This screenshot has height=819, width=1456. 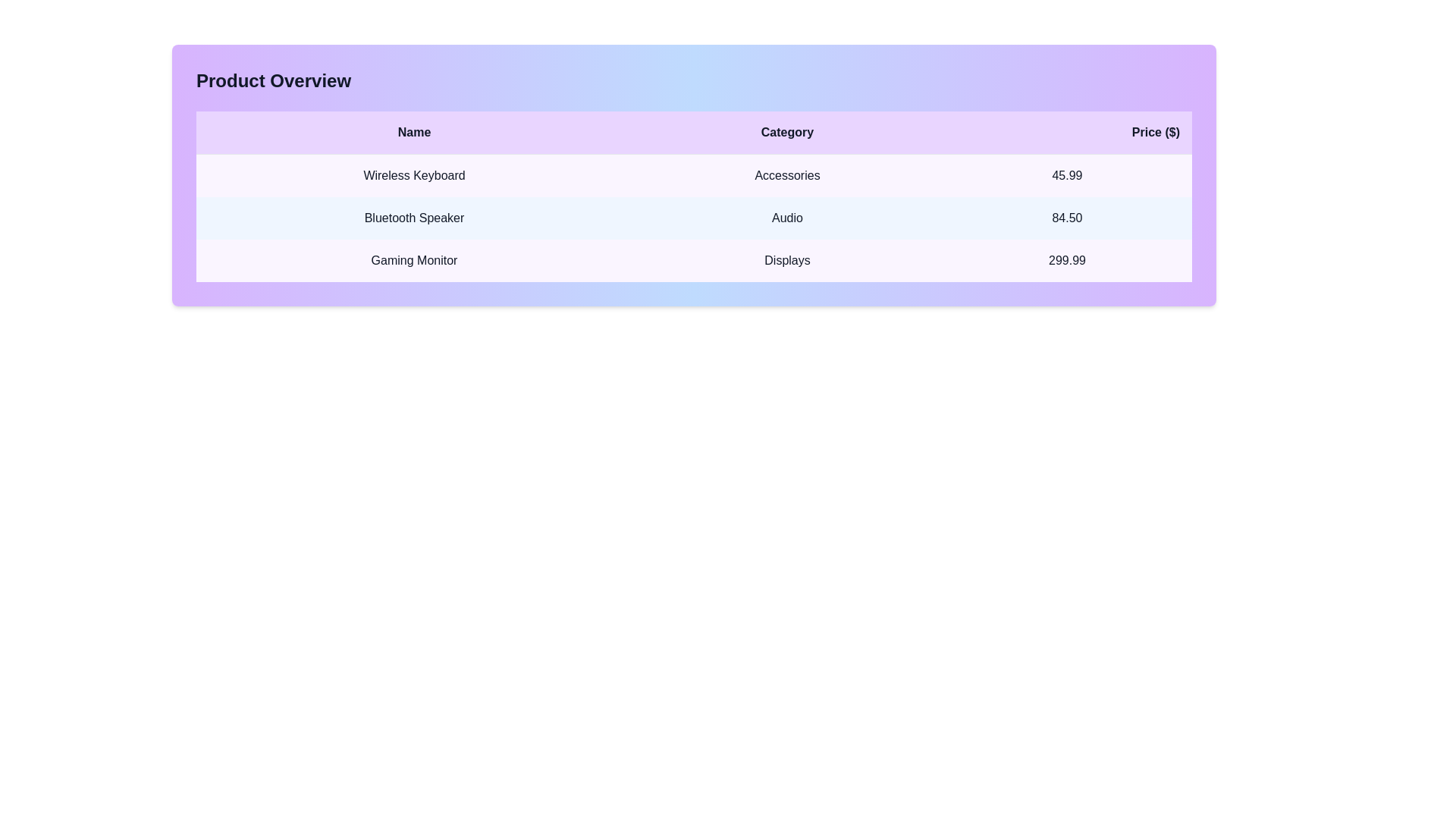 What do you see at coordinates (414, 259) in the screenshot?
I see `the text display element that shows the name 'Gaming Monitor', which is located in the first cell of the third row under the 'Name' column in the product overview table` at bounding box center [414, 259].